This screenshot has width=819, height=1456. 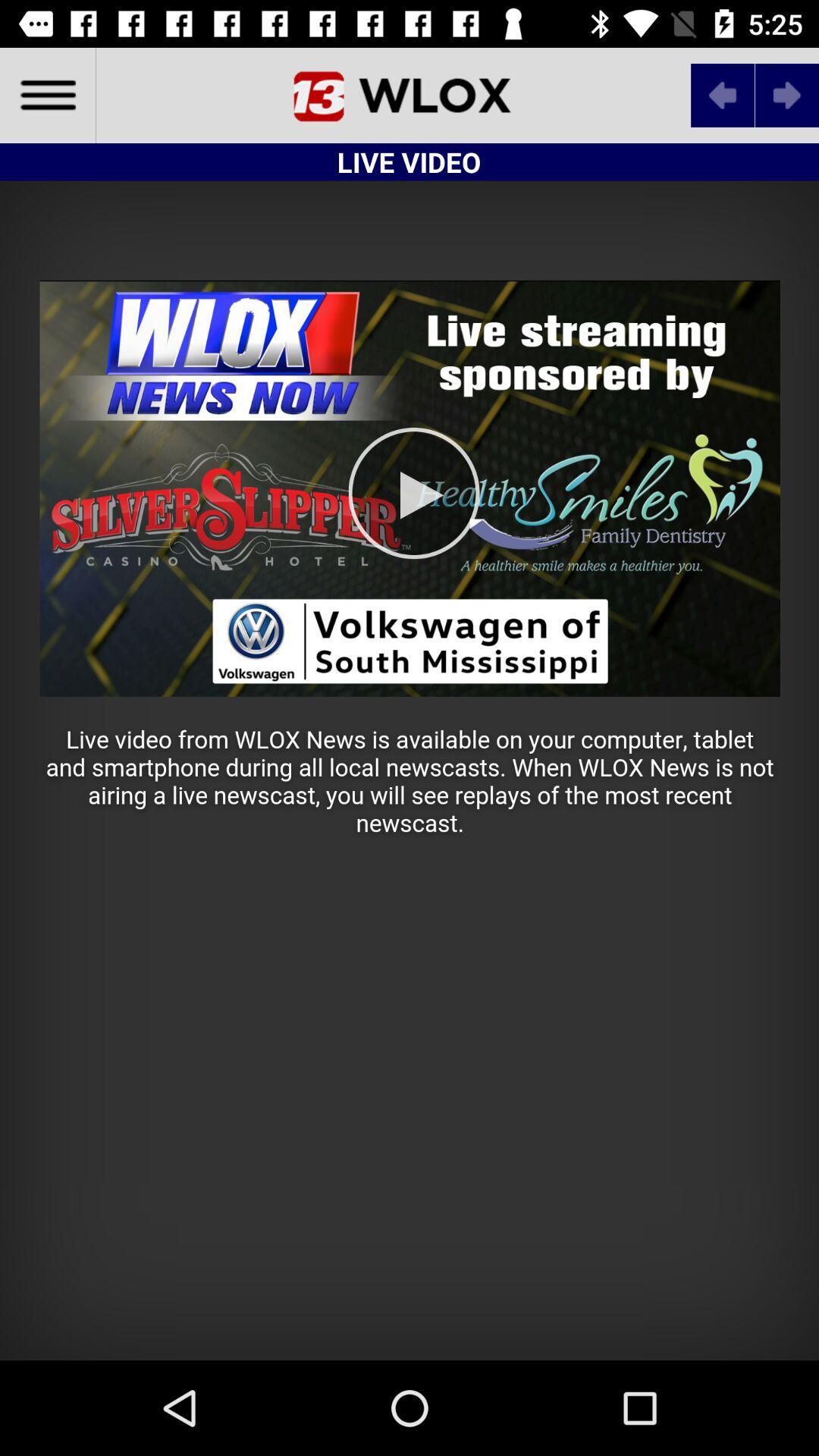 I want to click on the arrow_forward icon, so click(x=786, y=94).